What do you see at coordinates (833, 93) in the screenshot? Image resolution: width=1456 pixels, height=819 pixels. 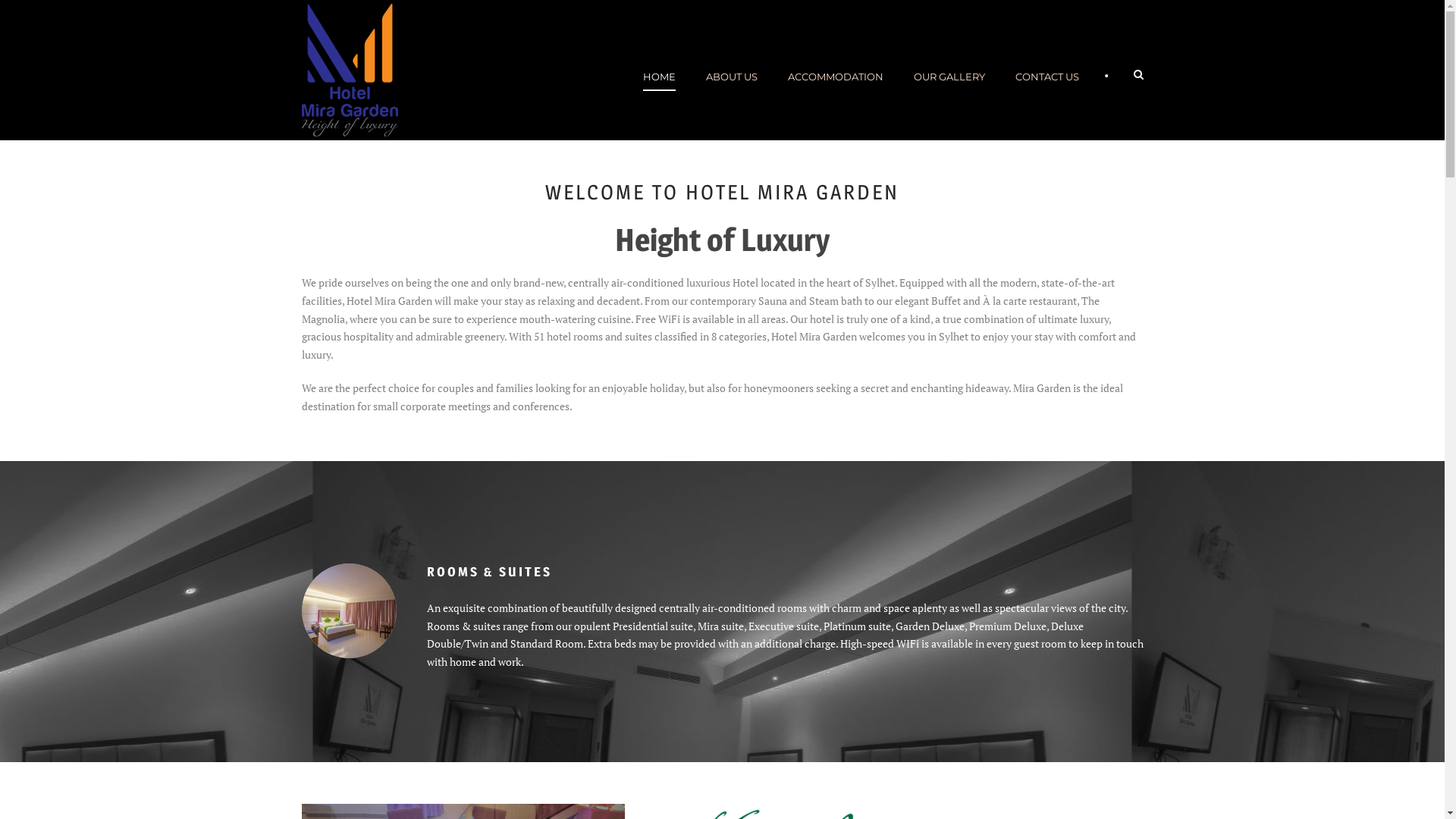 I see `'ACCOMMODATION'` at bounding box center [833, 93].